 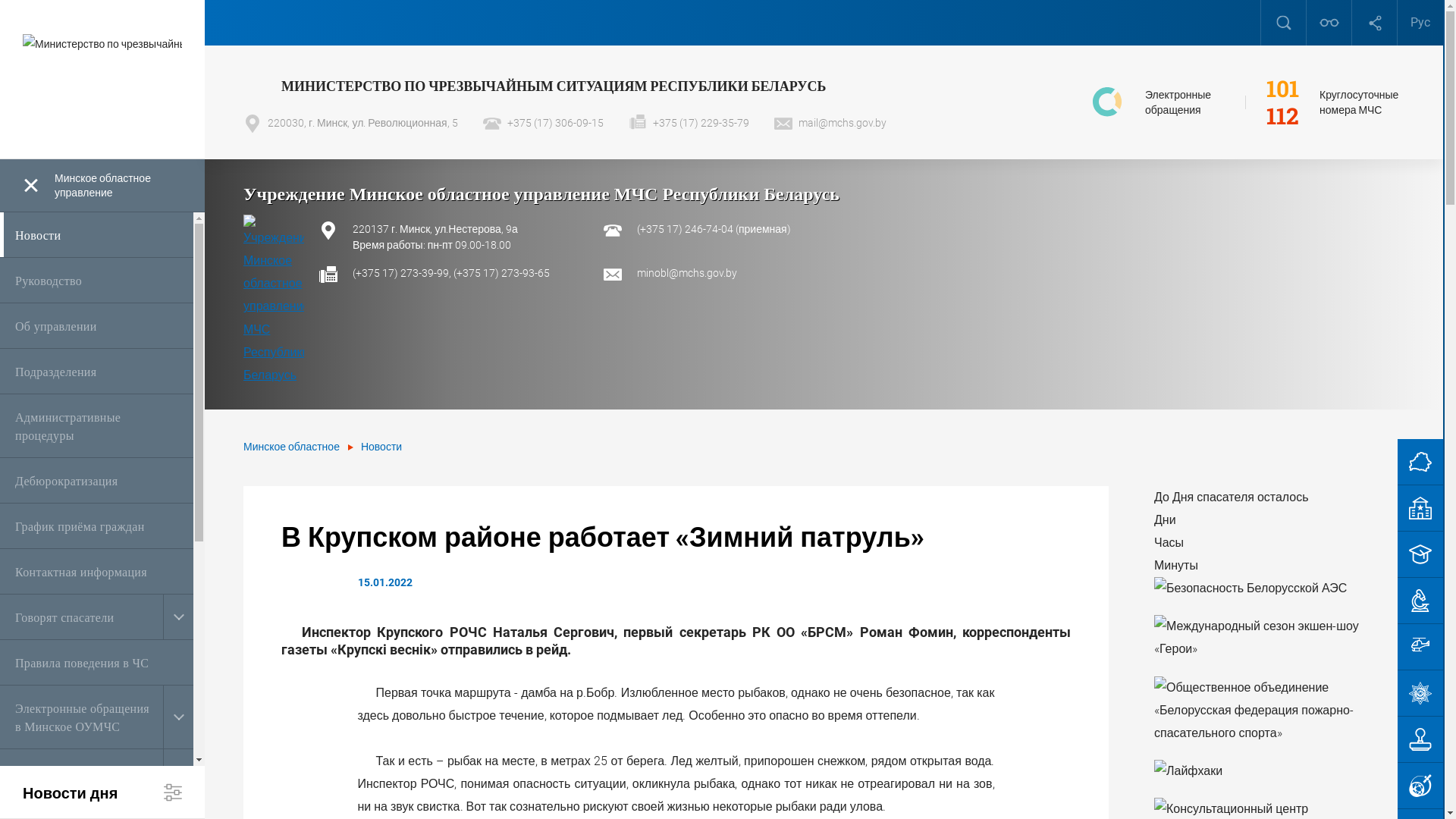 I want to click on '101', so click(x=1282, y=88).